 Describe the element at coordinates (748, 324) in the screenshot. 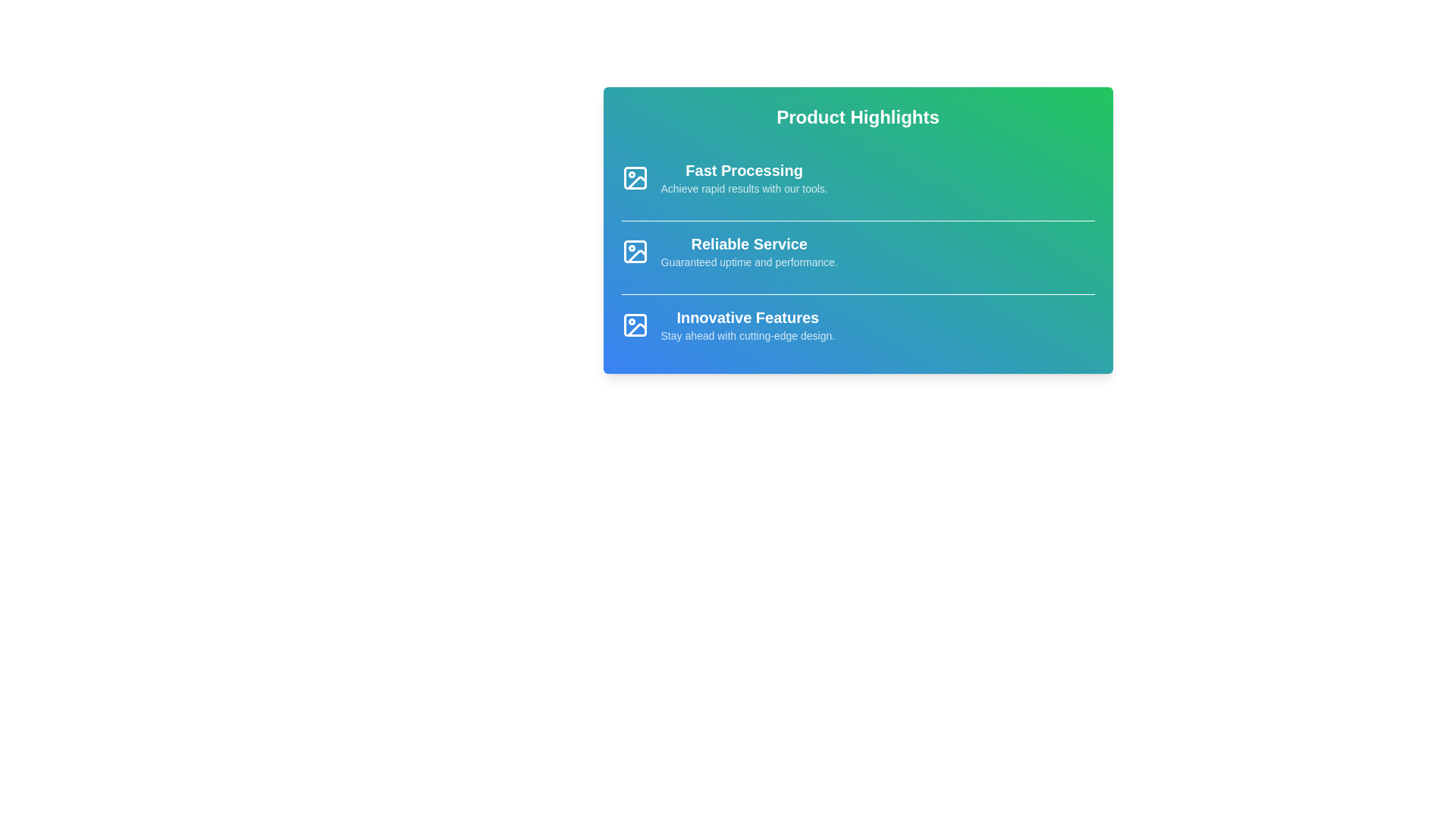

I see `text content 'Innovative Features' and 'Stay ahead with cutting-edge design.' located in the bottom-right section of the 'Product Highlights' card` at that location.